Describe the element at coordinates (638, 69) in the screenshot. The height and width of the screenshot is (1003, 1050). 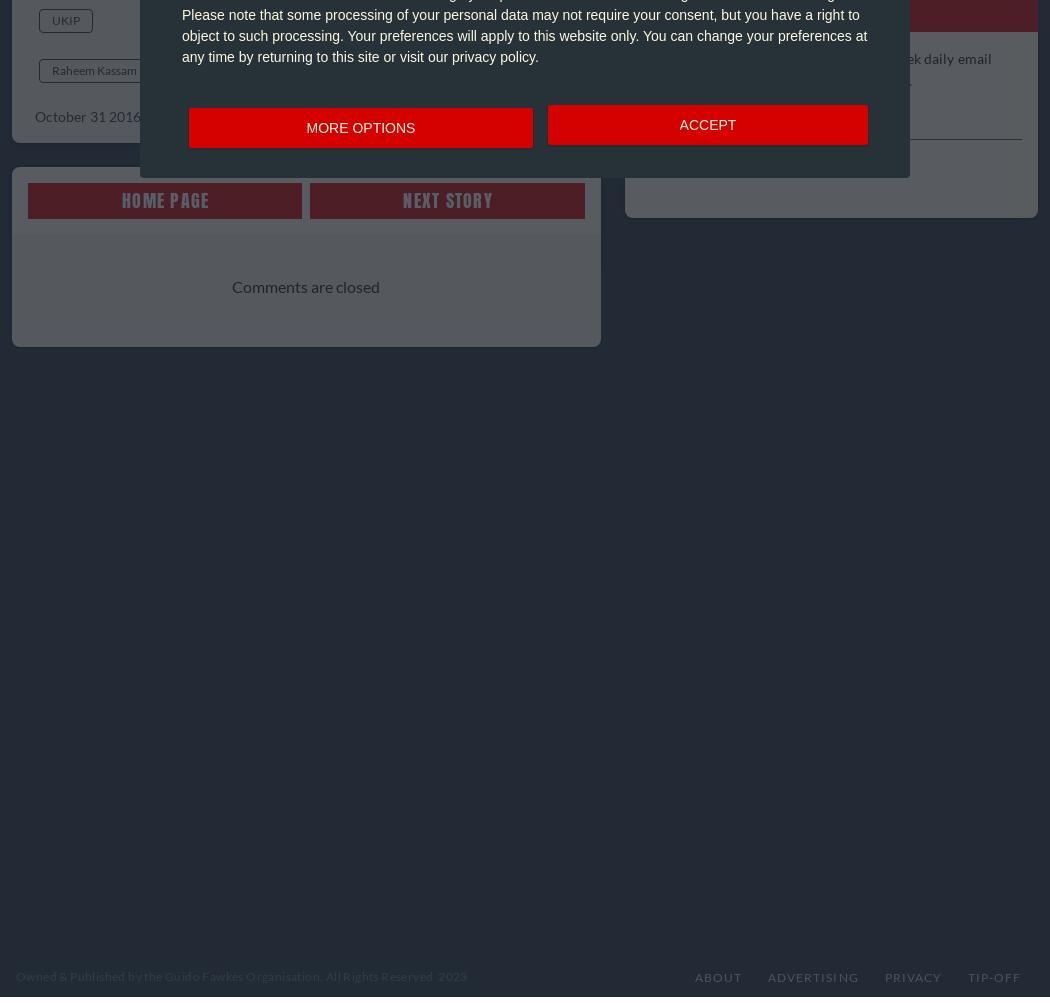
I see `'Subscribe to the most succinct 7 days a week daily email read by thousands of Westminster insiders.'` at that location.